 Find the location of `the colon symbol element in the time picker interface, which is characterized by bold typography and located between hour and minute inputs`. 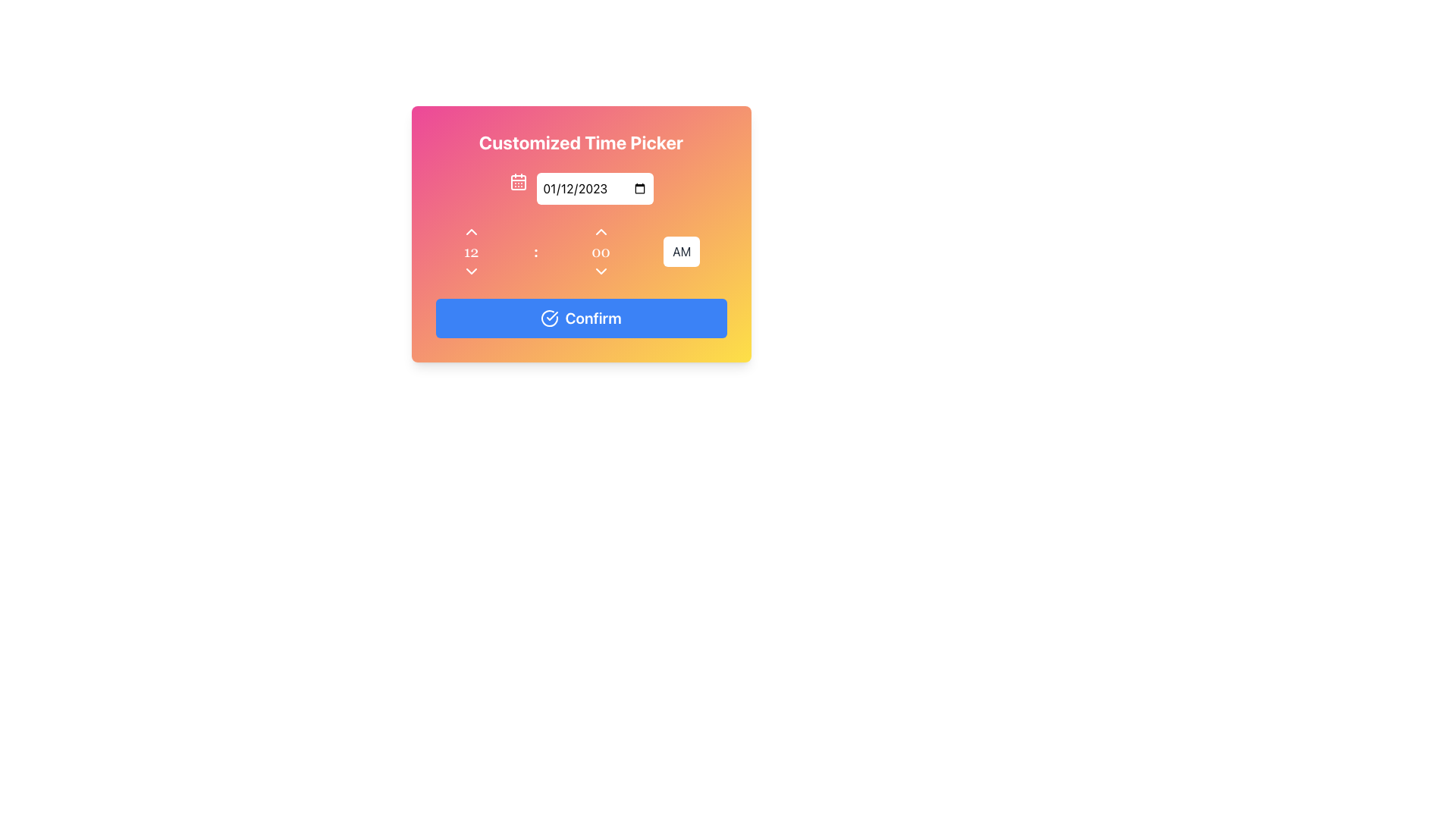

the colon symbol element in the time picker interface, which is characterized by bold typography and located between hour and minute inputs is located at coordinates (535, 250).